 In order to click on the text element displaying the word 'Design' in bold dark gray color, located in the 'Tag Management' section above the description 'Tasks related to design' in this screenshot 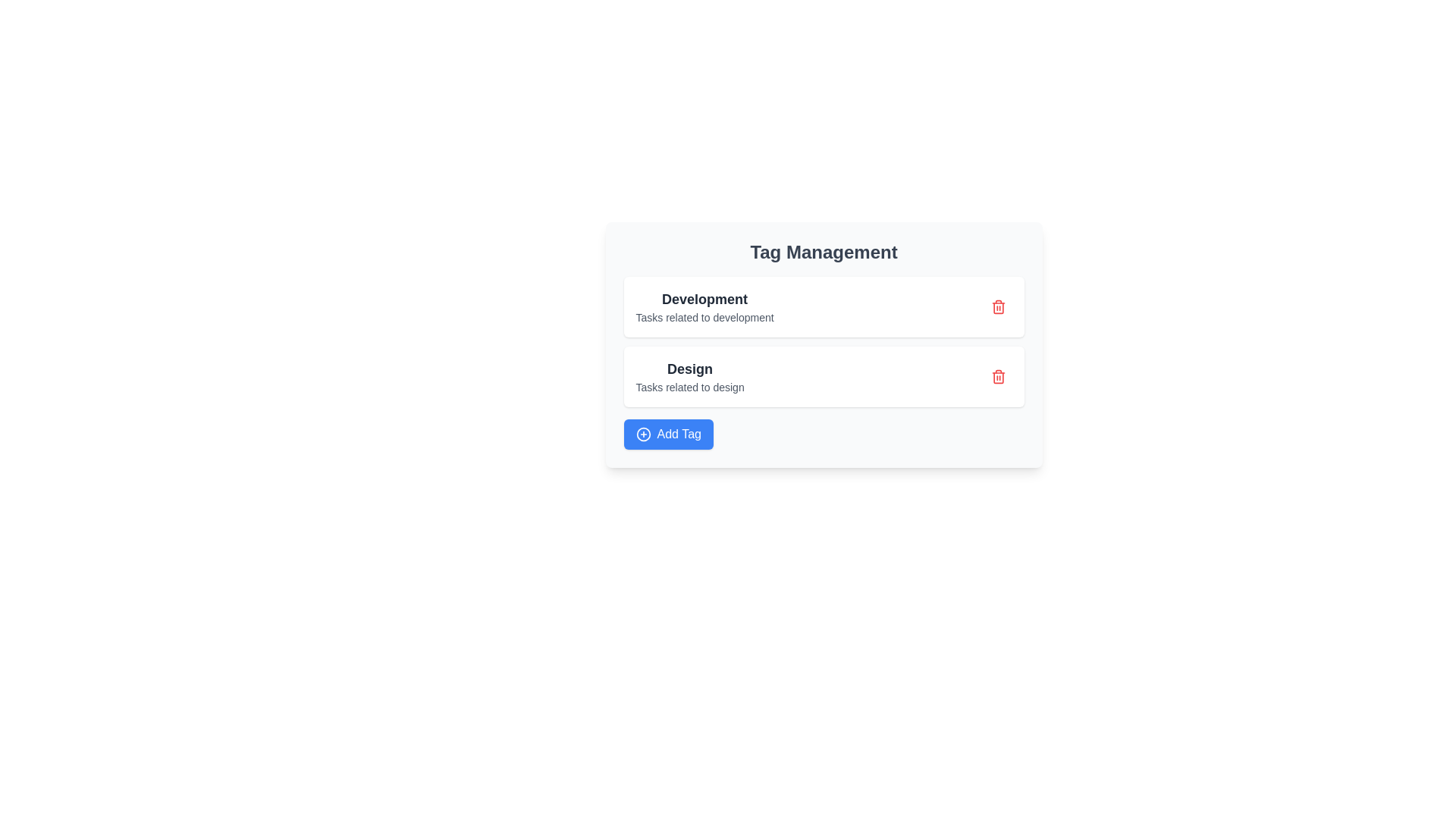, I will do `click(689, 369)`.